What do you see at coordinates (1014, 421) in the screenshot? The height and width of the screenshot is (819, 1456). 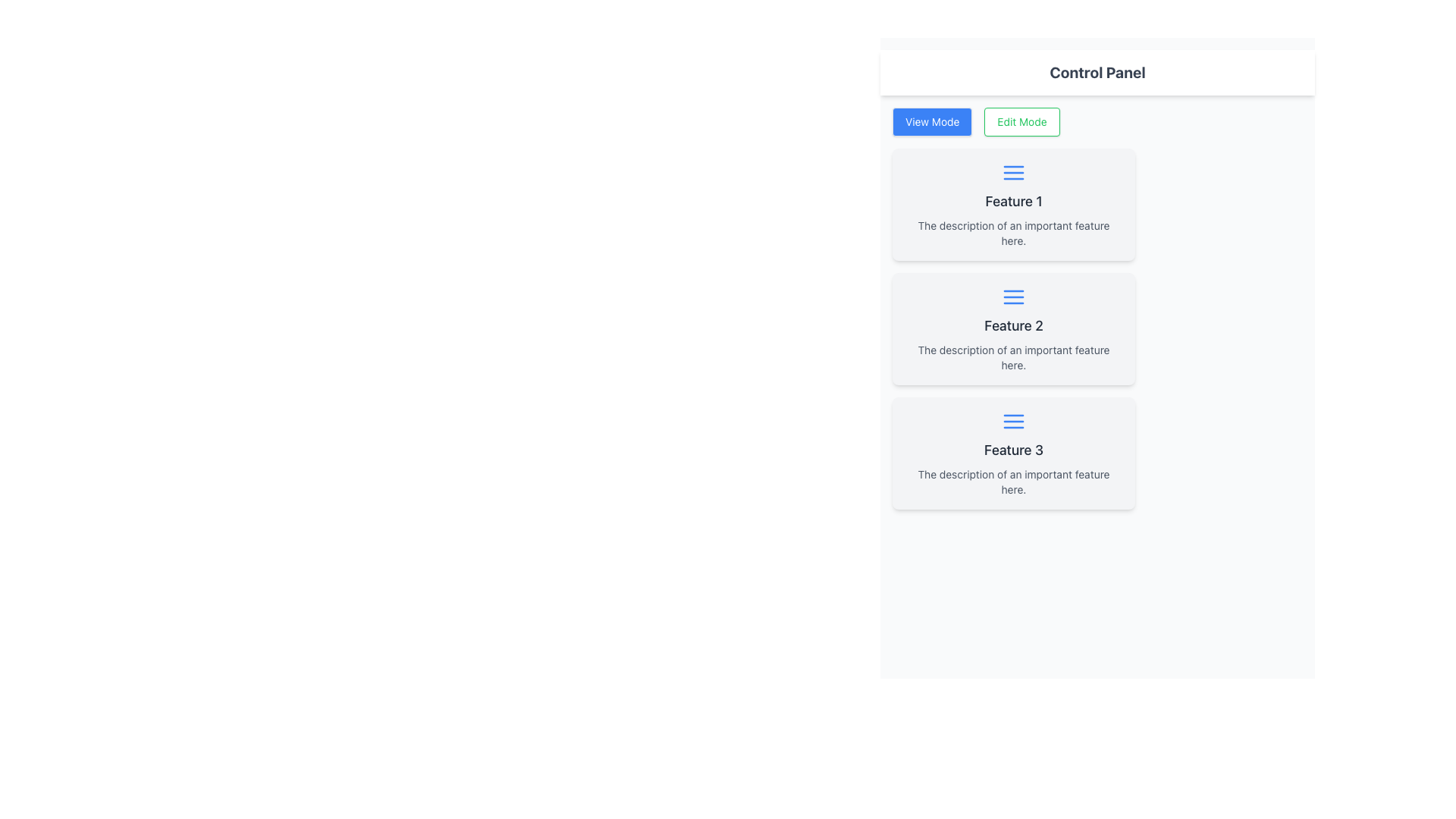 I see `the small blue three-line icon resembling a menu symbol, located at the top center of the card labeled 'Feature 3'` at bounding box center [1014, 421].